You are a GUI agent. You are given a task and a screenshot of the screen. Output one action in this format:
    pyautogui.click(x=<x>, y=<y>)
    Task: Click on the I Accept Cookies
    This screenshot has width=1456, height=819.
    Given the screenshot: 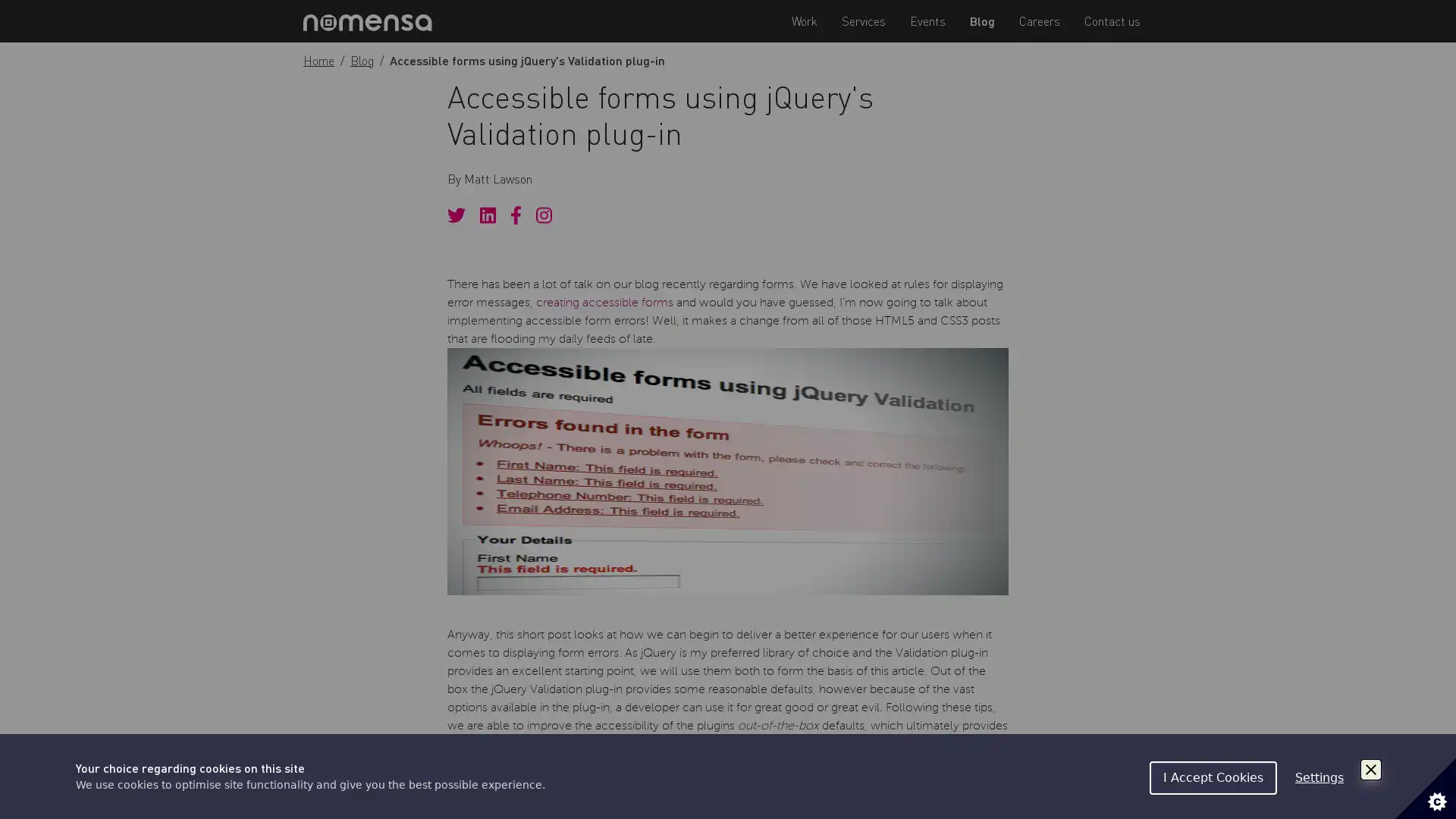 What is the action you would take?
    pyautogui.click(x=1212, y=778)
    